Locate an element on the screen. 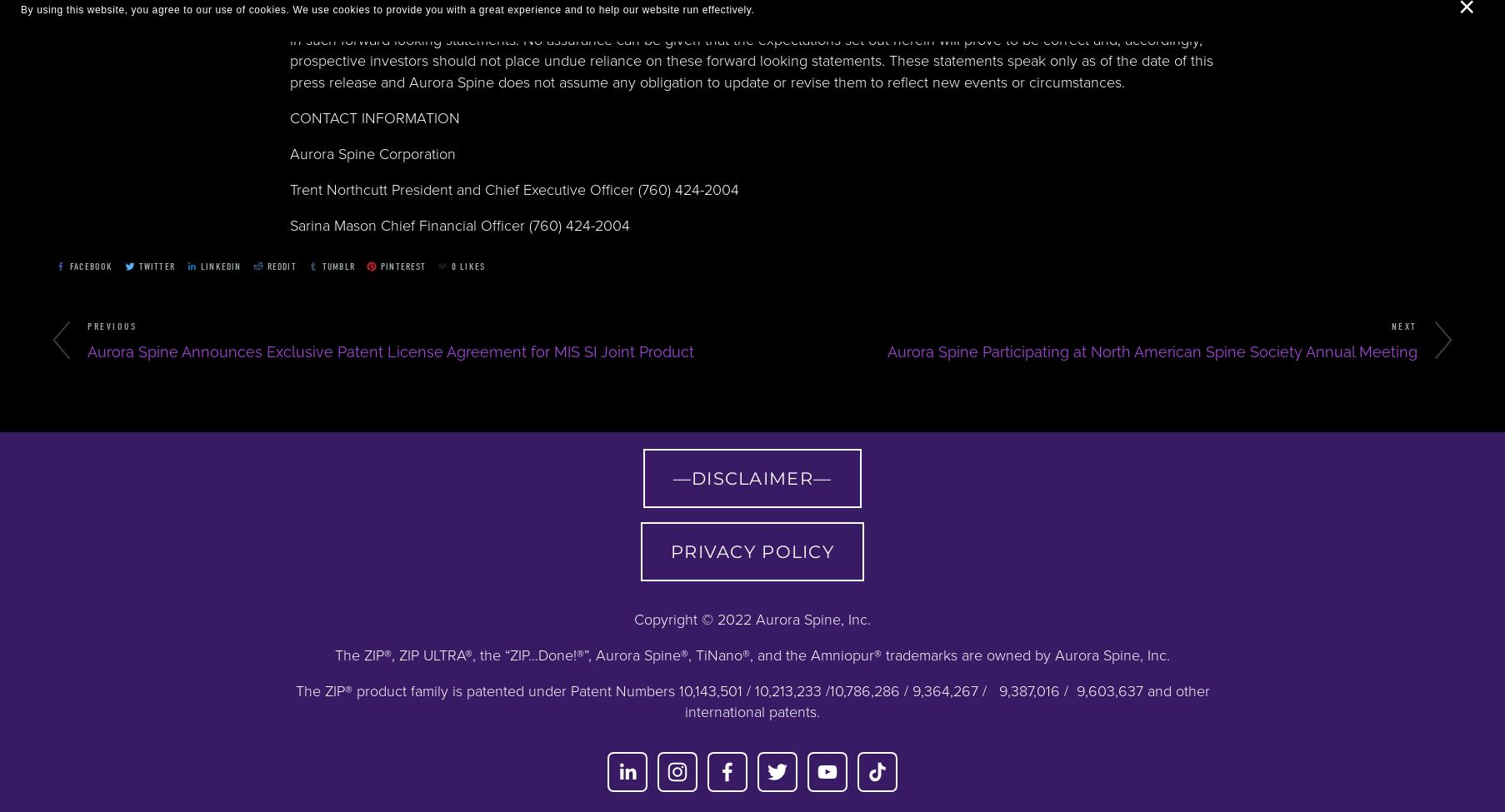 The image size is (1505, 812). 'Sarina Mason
Chief Financial Officer
(760) 424-2004' is located at coordinates (458, 225).